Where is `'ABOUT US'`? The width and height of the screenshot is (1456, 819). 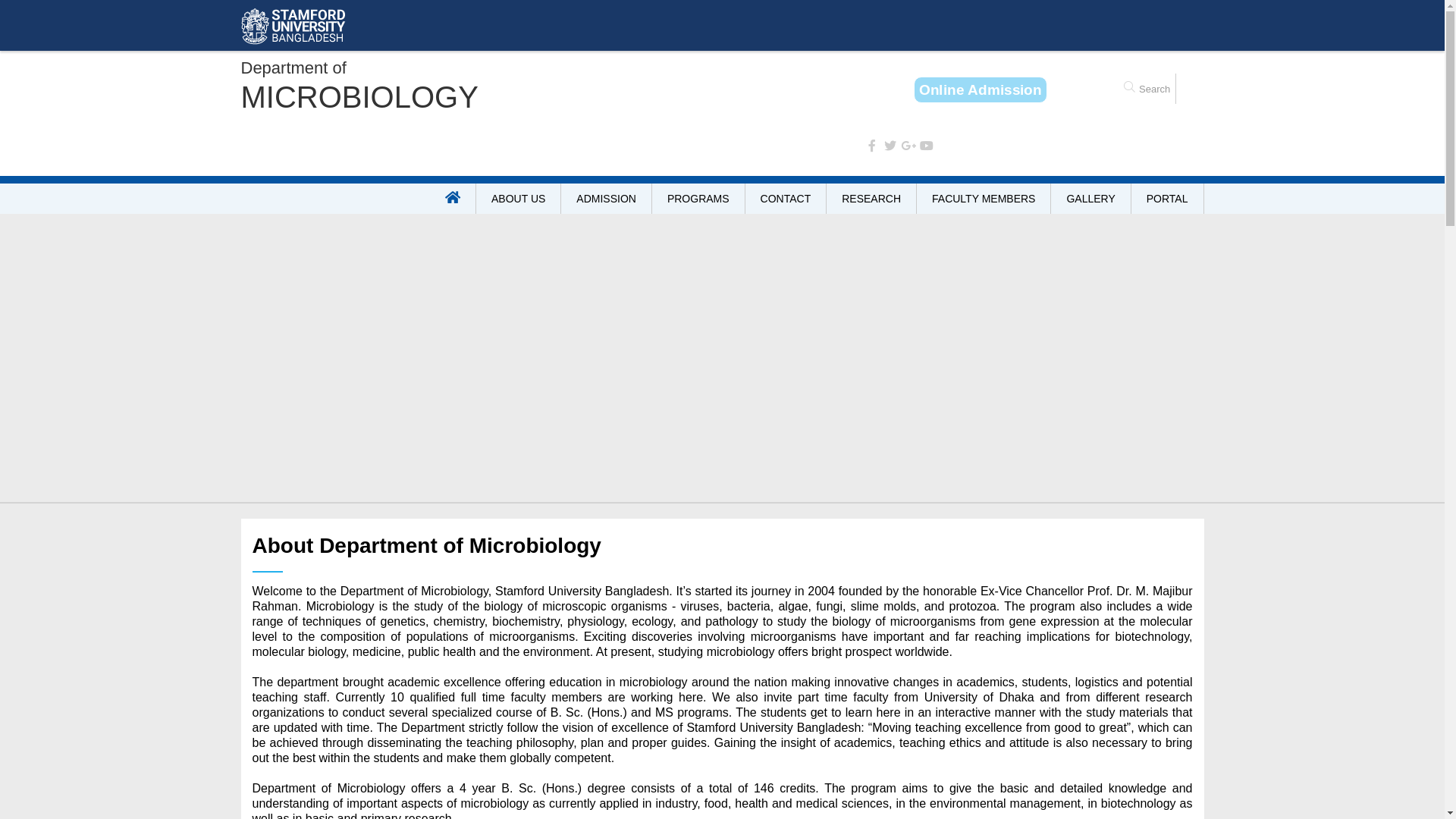
'ABOUT US' is located at coordinates (519, 198).